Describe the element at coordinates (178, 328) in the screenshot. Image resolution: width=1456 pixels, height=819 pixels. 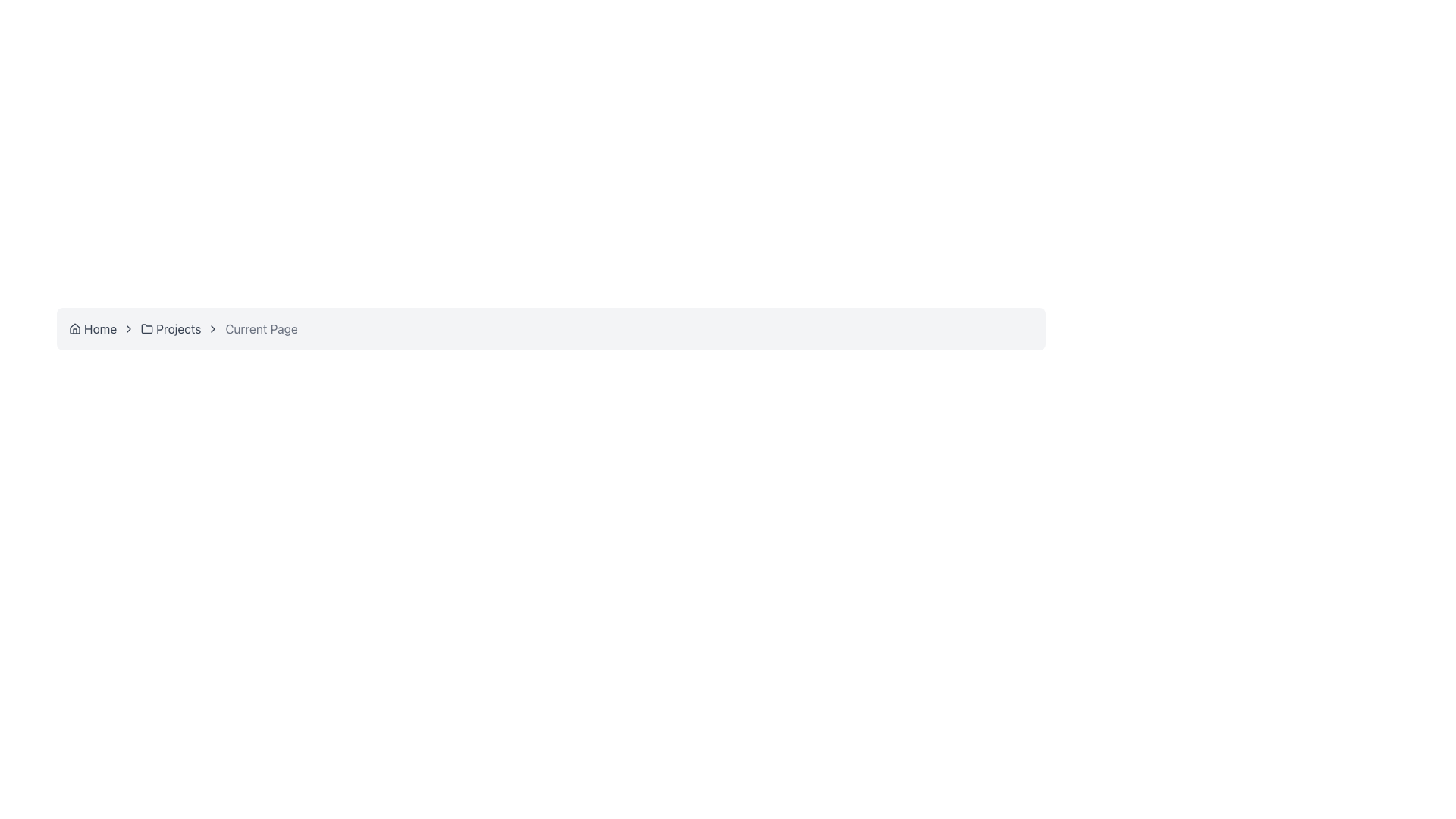
I see `the 'Projects' text link in the breadcrumb navigation` at that location.